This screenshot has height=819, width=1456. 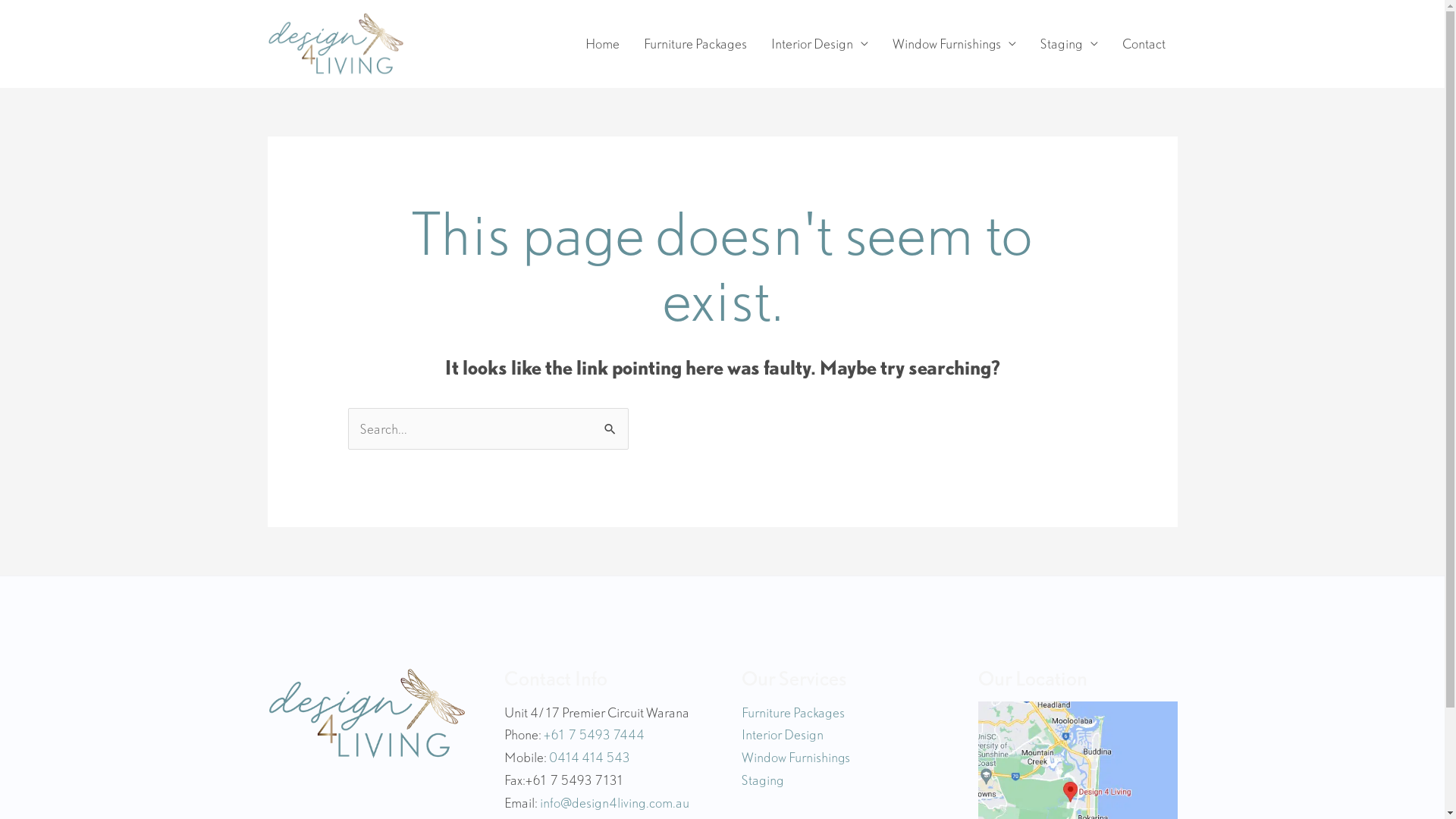 What do you see at coordinates (593, 733) in the screenshot?
I see `'+61 7 5493 7444'` at bounding box center [593, 733].